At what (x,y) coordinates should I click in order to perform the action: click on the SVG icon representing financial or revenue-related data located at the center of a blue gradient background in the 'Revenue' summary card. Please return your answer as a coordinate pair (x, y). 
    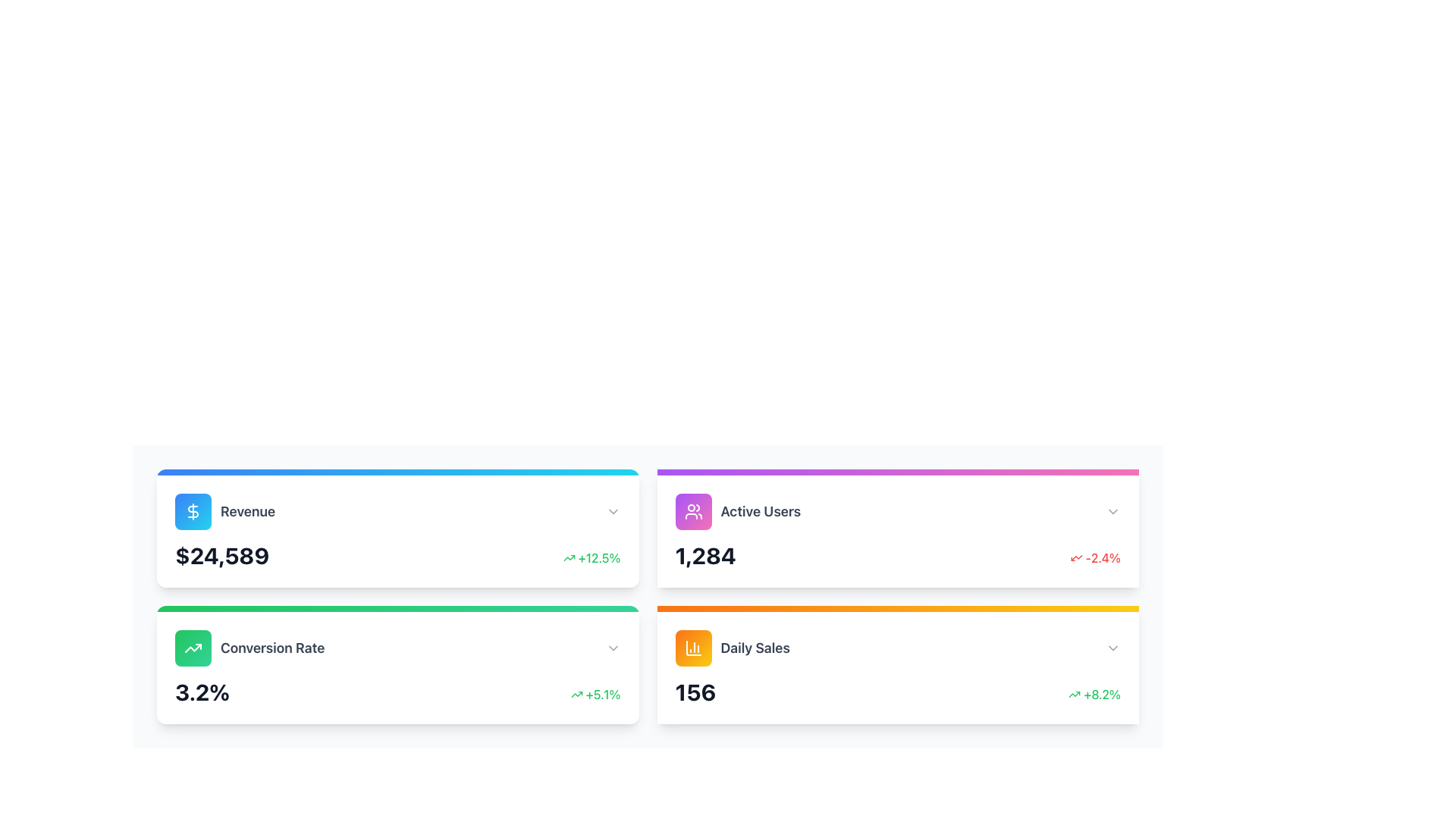
    Looking at the image, I should click on (192, 512).